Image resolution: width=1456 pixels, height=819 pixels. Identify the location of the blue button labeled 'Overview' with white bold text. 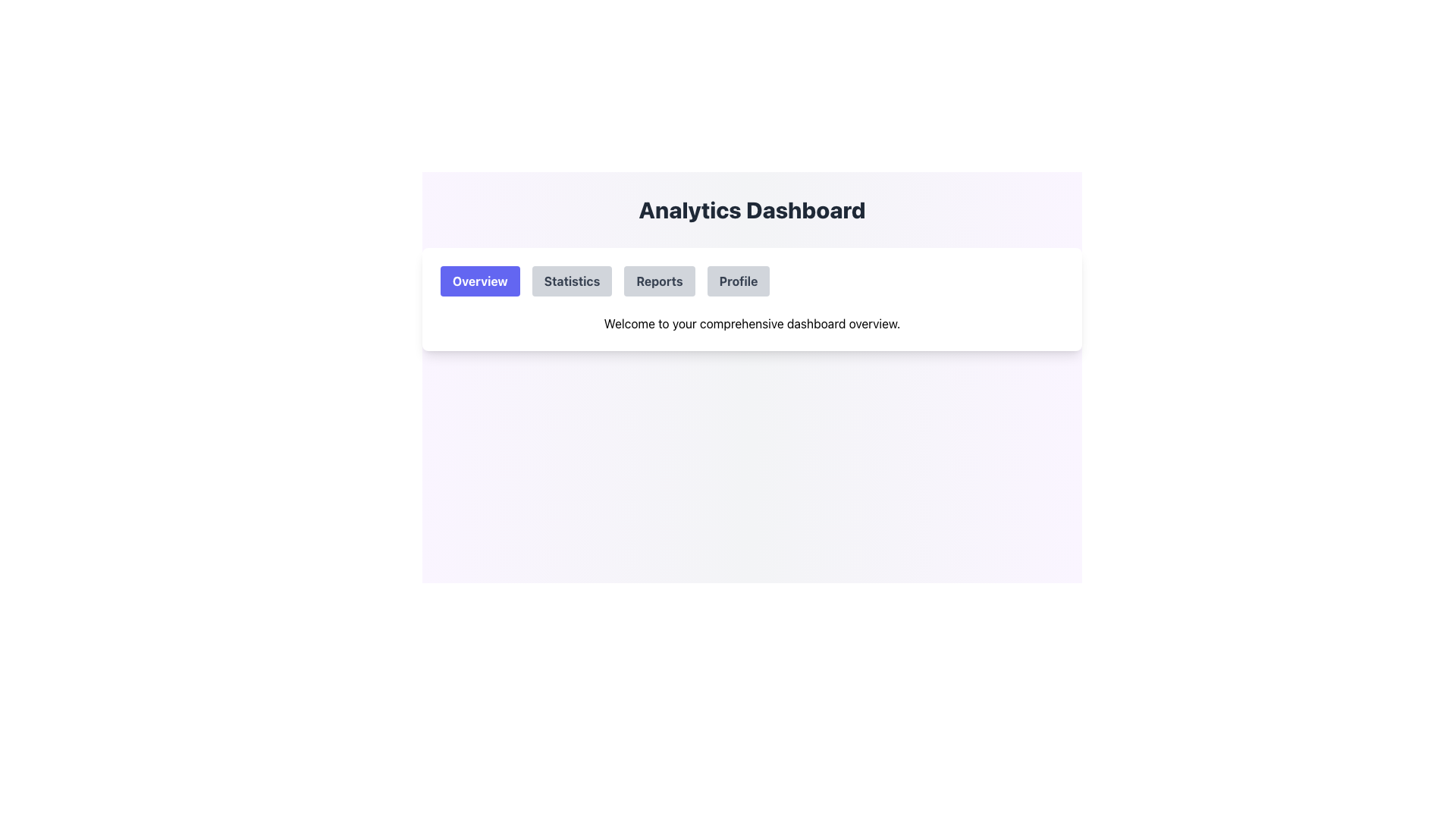
(479, 281).